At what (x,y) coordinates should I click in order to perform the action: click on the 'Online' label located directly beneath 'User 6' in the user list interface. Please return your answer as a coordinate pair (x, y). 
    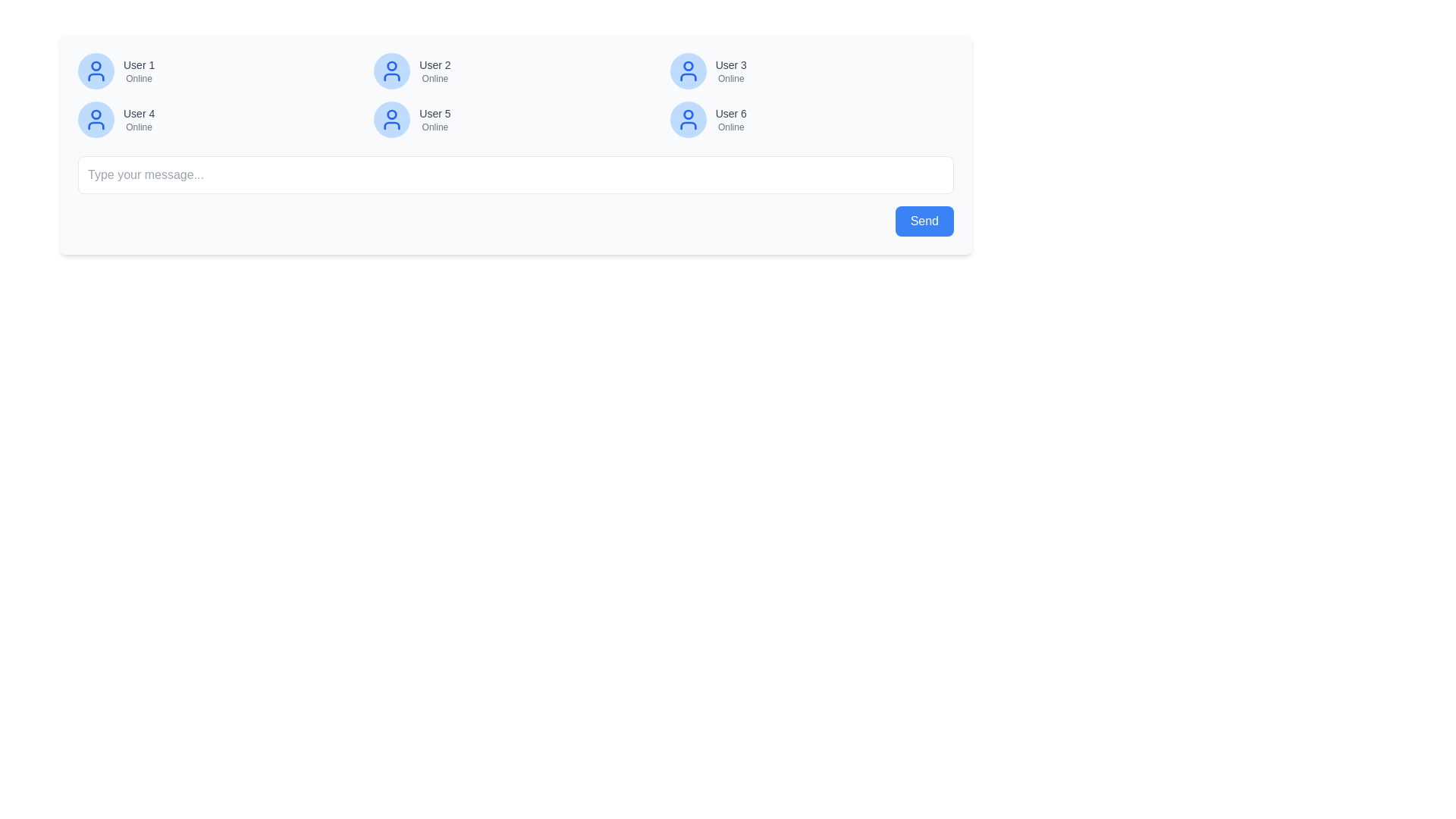
    Looking at the image, I should click on (731, 127).